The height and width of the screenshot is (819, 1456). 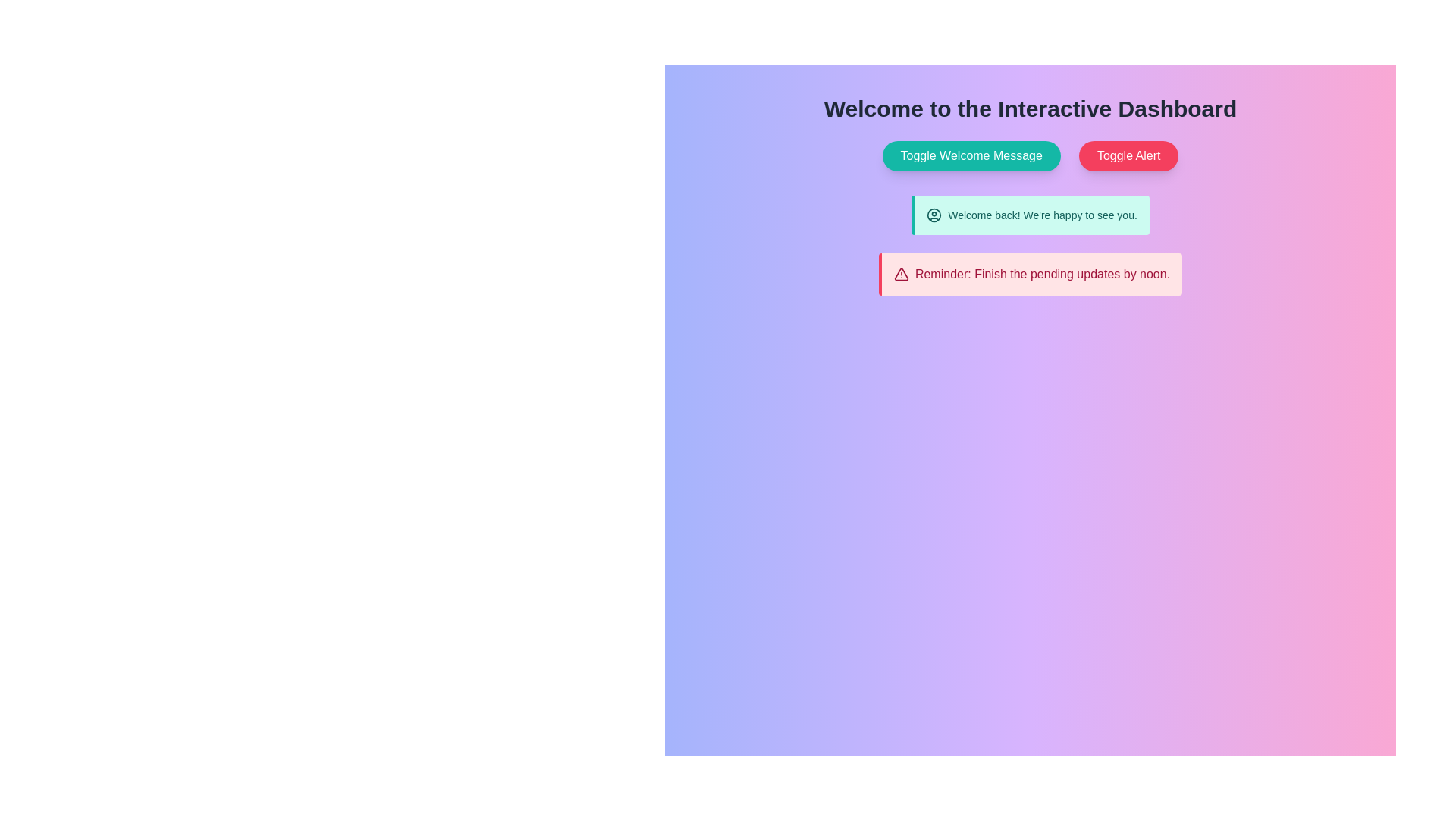 What do you see at coordinates (971, 155) in the screenshot?
I see `the toggle button for activating or deactivating the welcome message feature` at bounding box center [971, 155].